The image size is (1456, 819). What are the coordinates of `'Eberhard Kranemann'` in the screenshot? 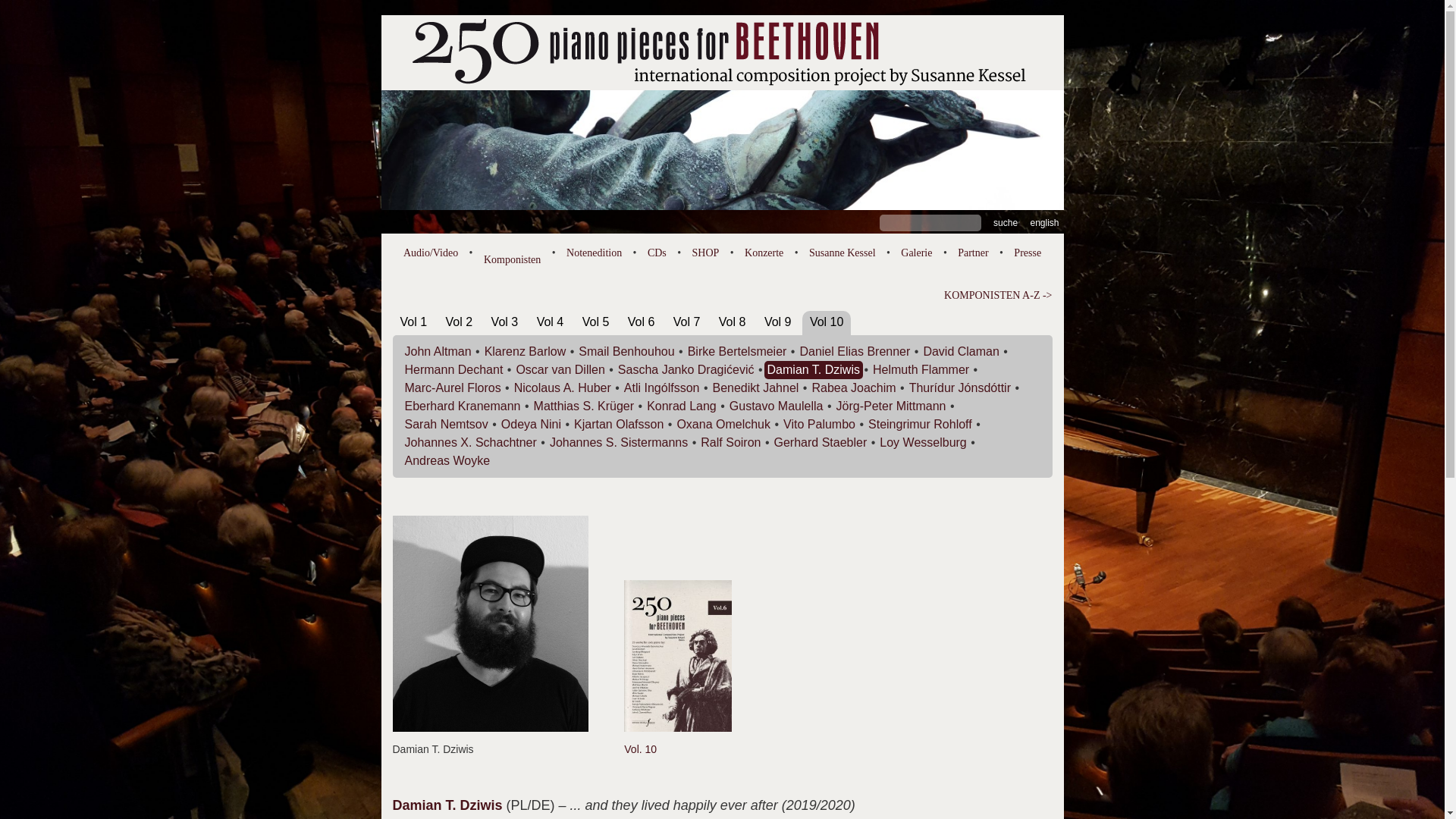 It's located at (462, 405).